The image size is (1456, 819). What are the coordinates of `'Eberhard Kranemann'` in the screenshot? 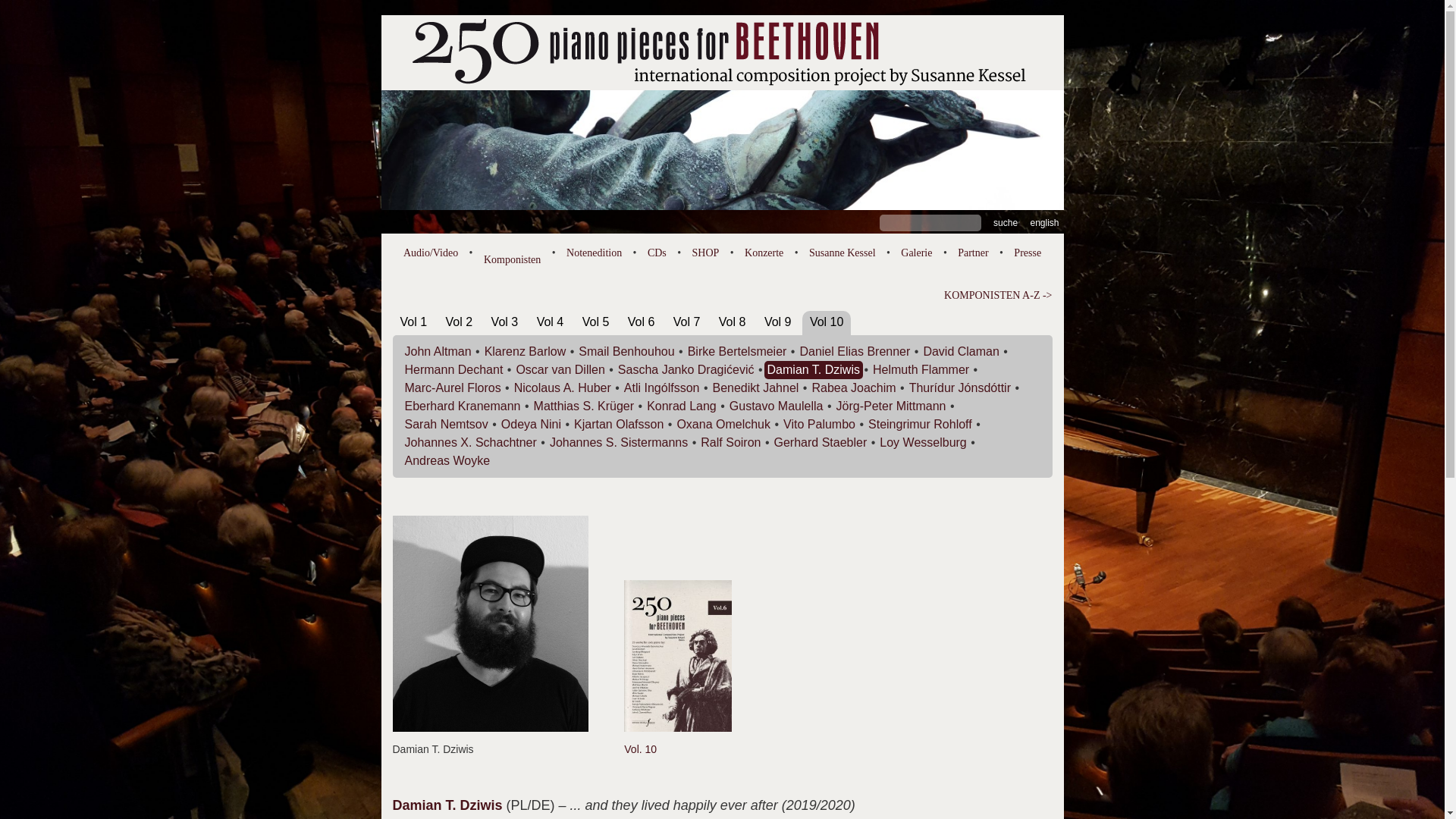 It's located at (462, 405).